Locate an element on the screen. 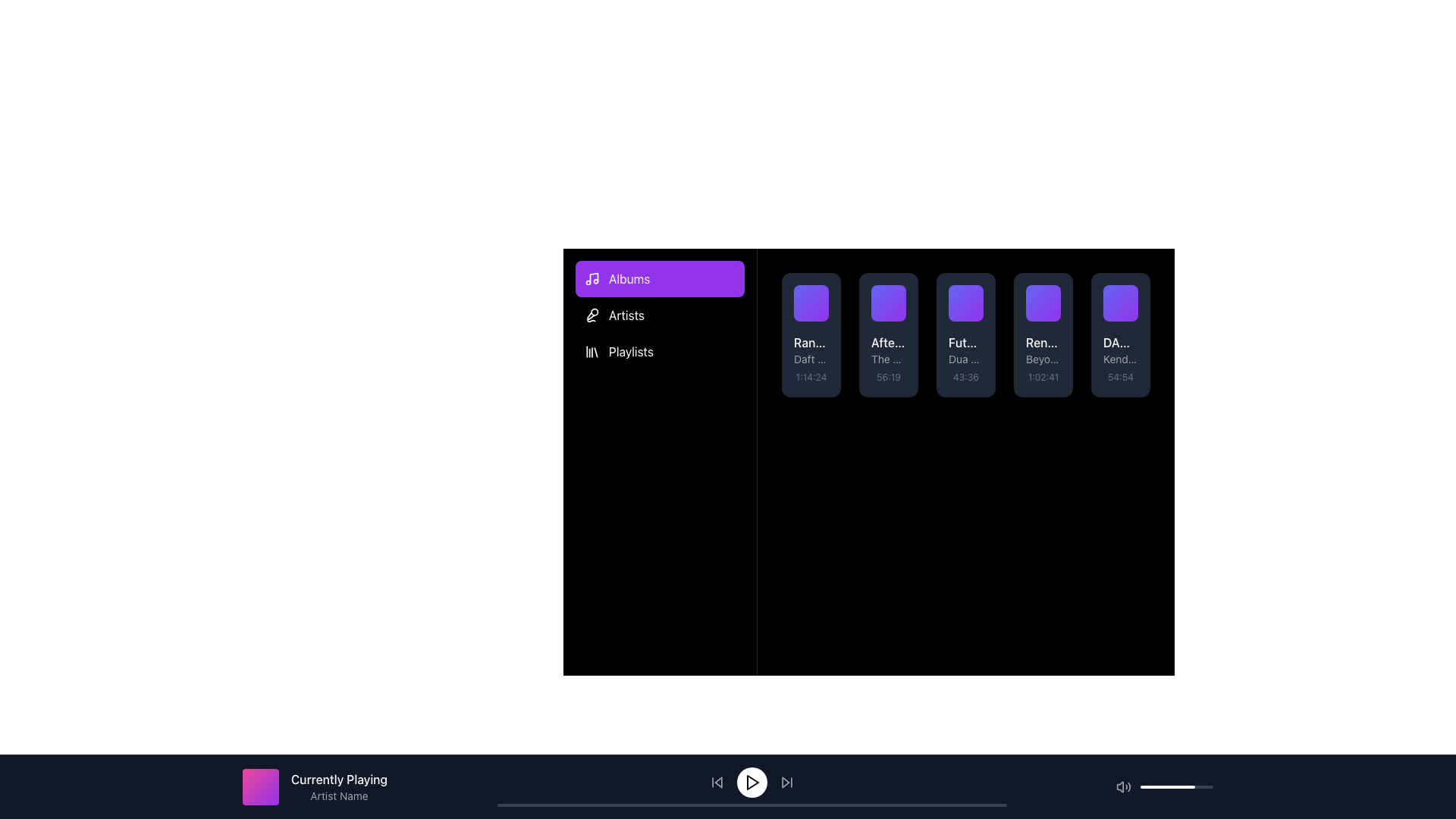 The height and width of the screenshot is (819, 1456). the play/pause button located at the center of the bottom navigation bar is located at coordinates (752, 783).